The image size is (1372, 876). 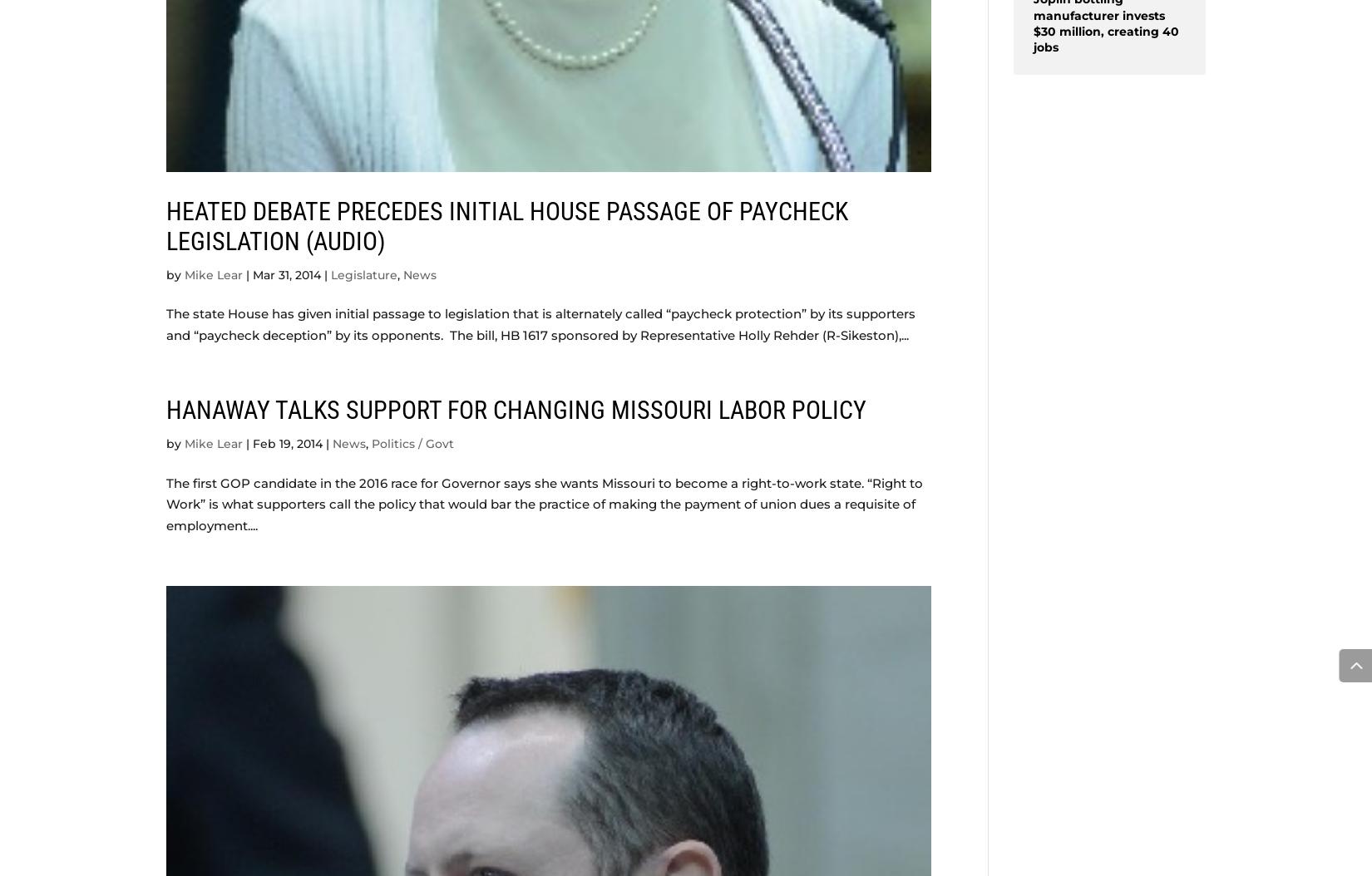 What do you see at coordinates (544, 503) in the screenshot?
I see `'The first GOP candidate in the 2016 race for Governor says she wants Missouri to become a right-to-work state. “Right to Work” is what supporters call the policy that would bar the practice of making the payment of union dues a requisite of employment....'` at bounding box center [544, 503].